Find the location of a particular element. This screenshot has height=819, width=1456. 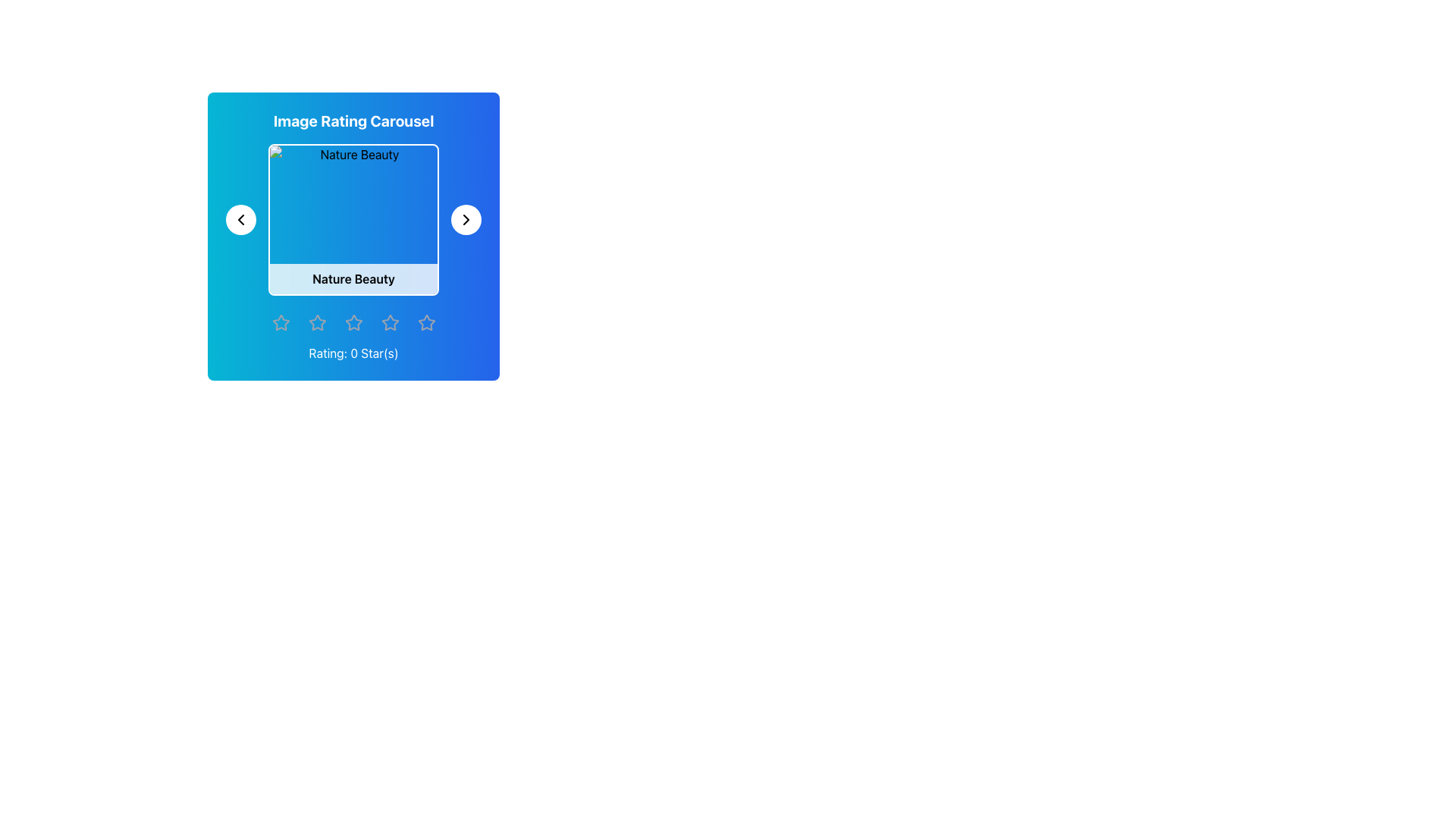

the first clickable star icon in the horizontal row of rating stars located at the bottom of the image rating carousel is located at coordinates (281, 322).